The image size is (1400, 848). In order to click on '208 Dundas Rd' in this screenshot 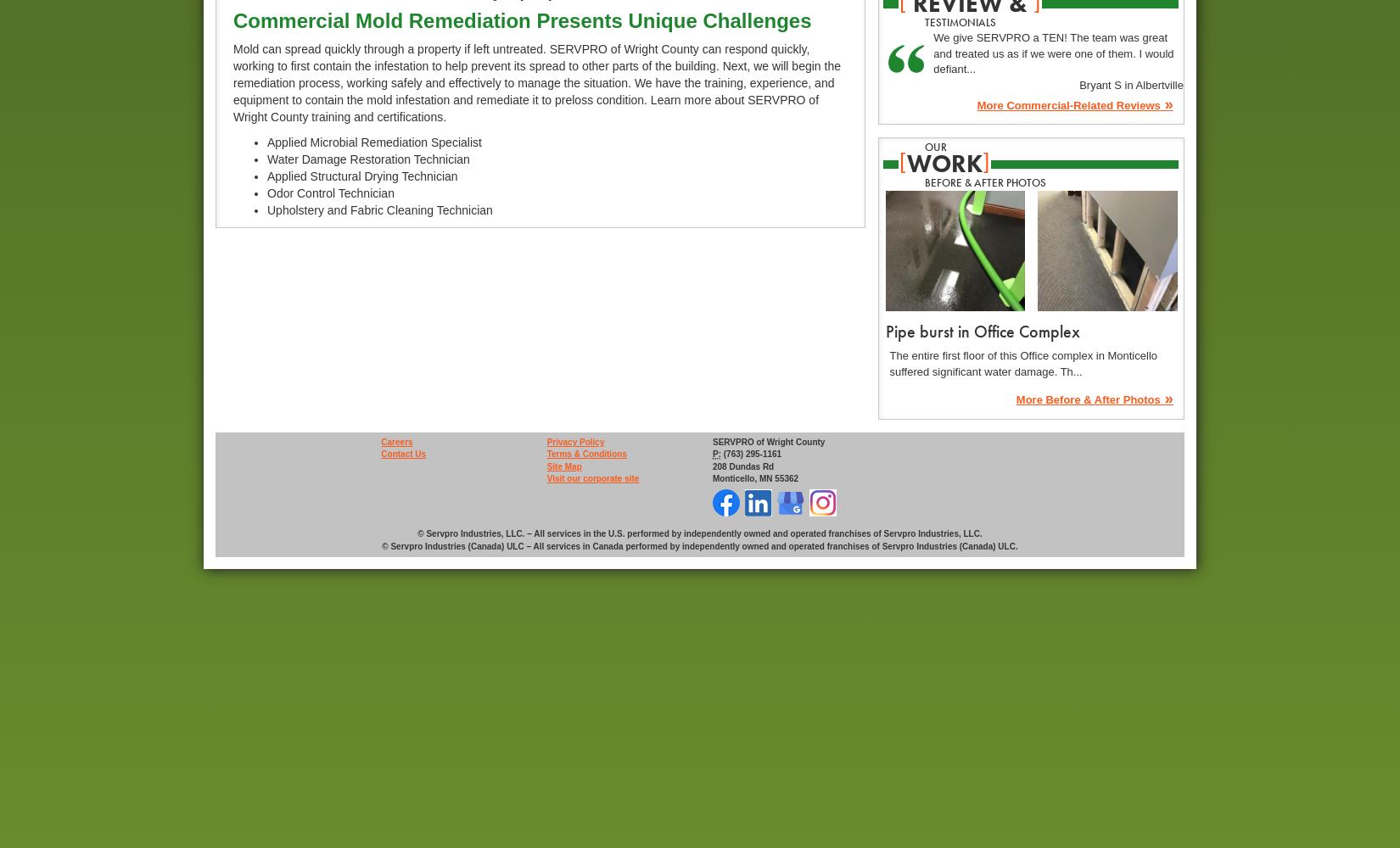, I will do `click(742, 466)`.